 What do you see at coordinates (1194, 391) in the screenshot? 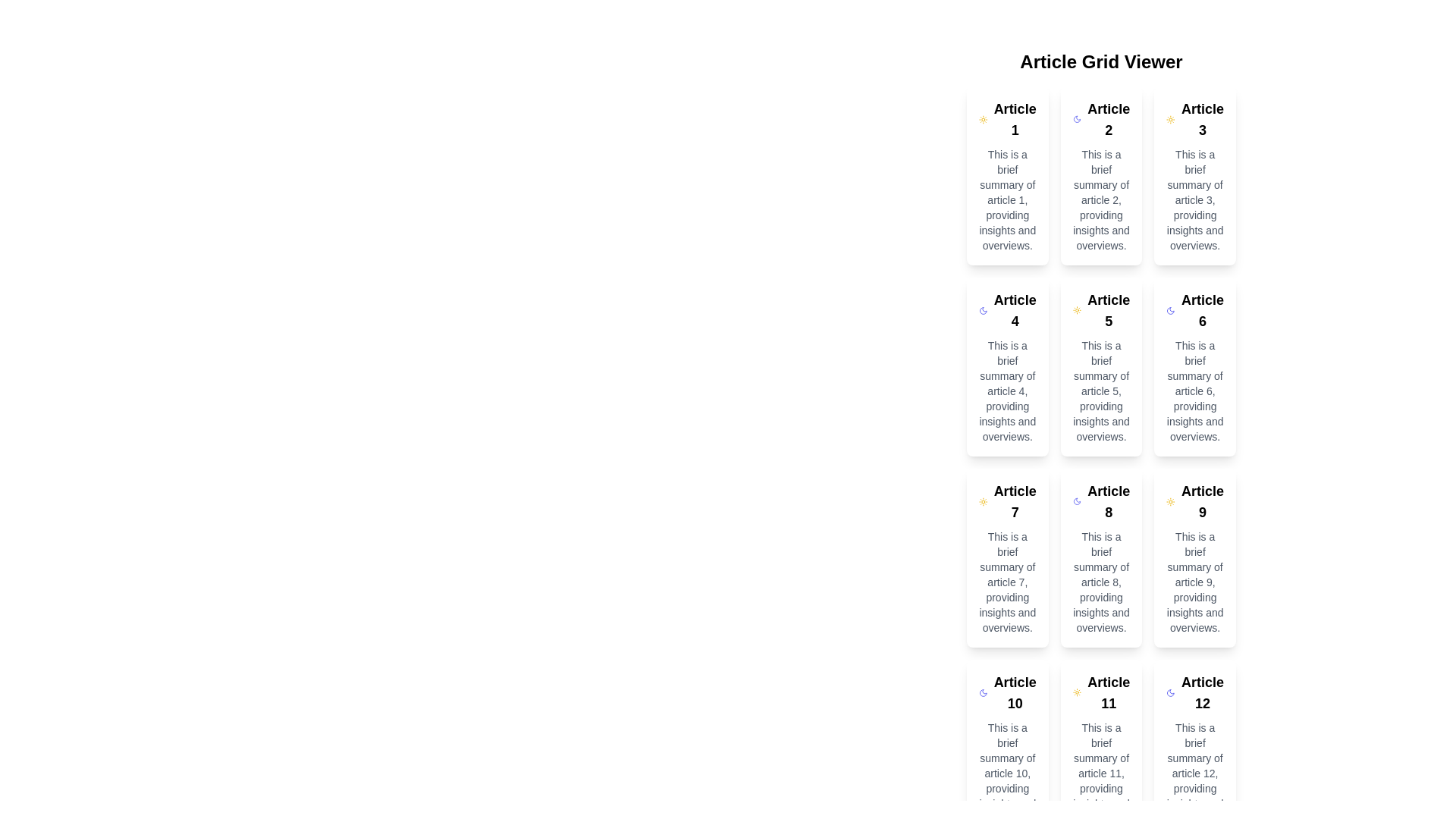
I see `the text block that provides a summary of 'Article 6', located in the third column and second row of the article grid` at bounding box center [1194, 391].